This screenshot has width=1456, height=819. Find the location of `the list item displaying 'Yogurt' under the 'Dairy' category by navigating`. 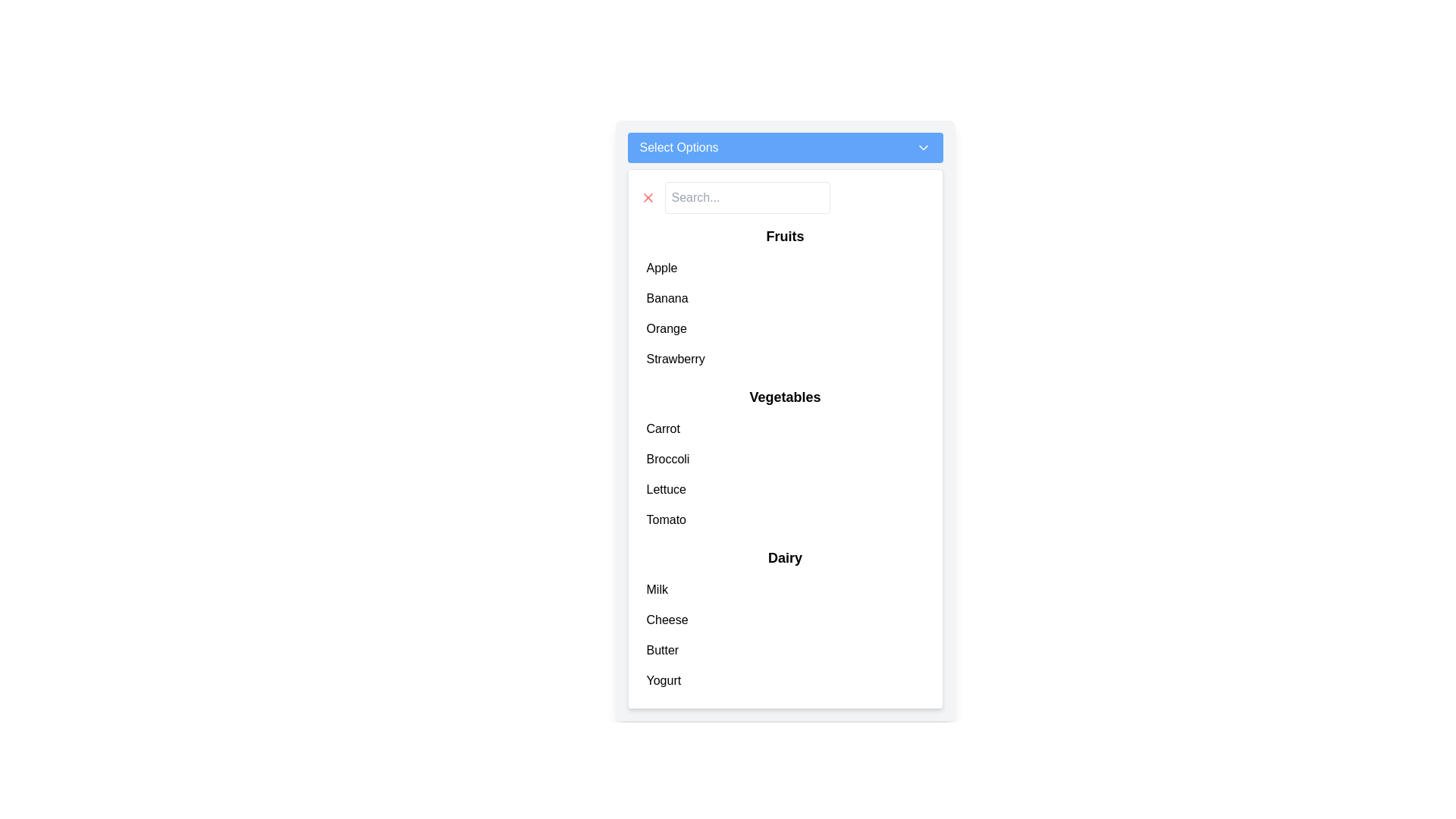

the list item displaying 'Yogurt' under the 'Dairy' category by navigating is located at coordinates (785, 680).